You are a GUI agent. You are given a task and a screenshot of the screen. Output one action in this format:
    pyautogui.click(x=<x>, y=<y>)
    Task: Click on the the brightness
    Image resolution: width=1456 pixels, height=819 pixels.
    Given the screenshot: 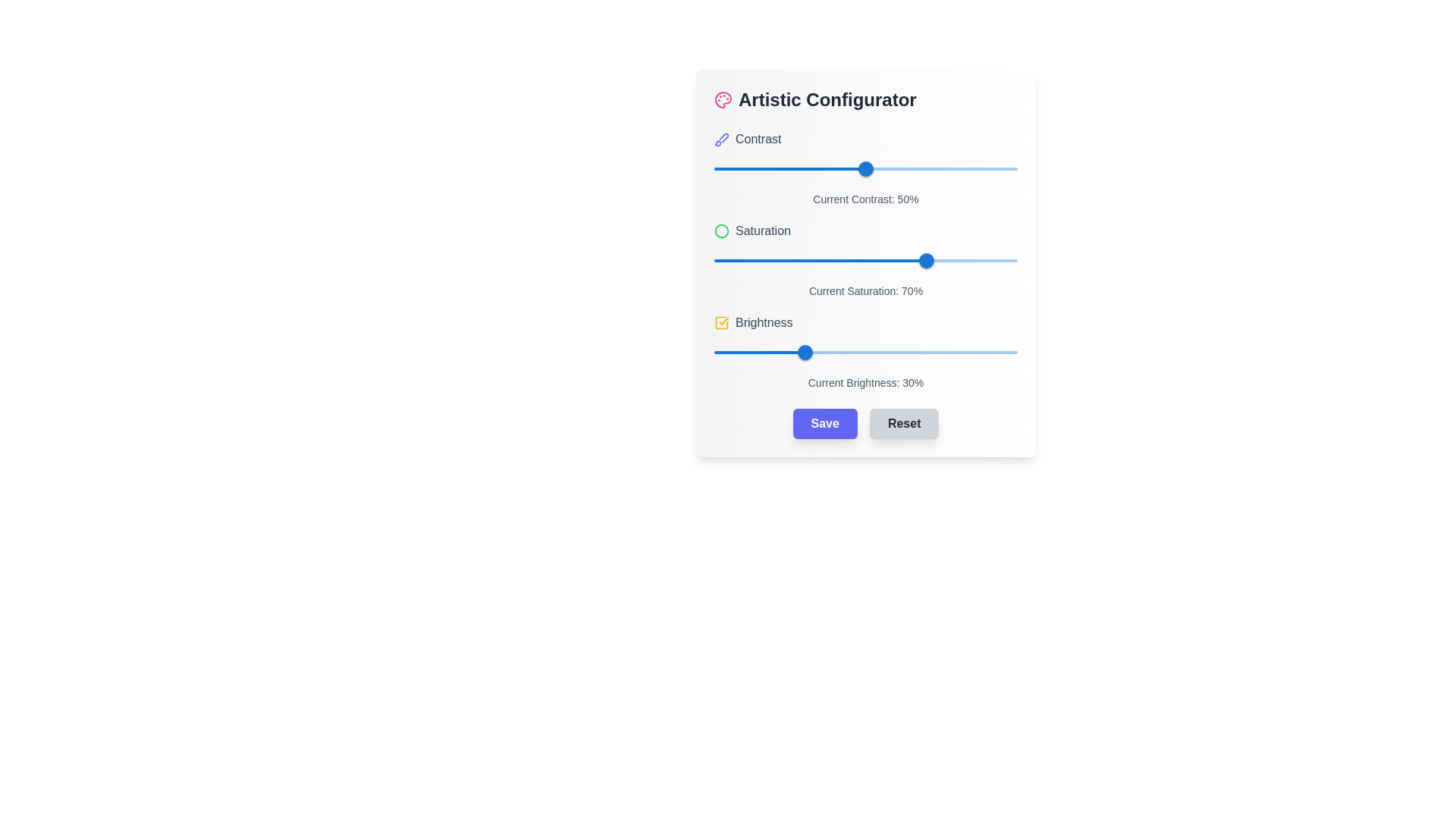 What is the action you would take?
    pyautogui.click(x=896, y=353)
    